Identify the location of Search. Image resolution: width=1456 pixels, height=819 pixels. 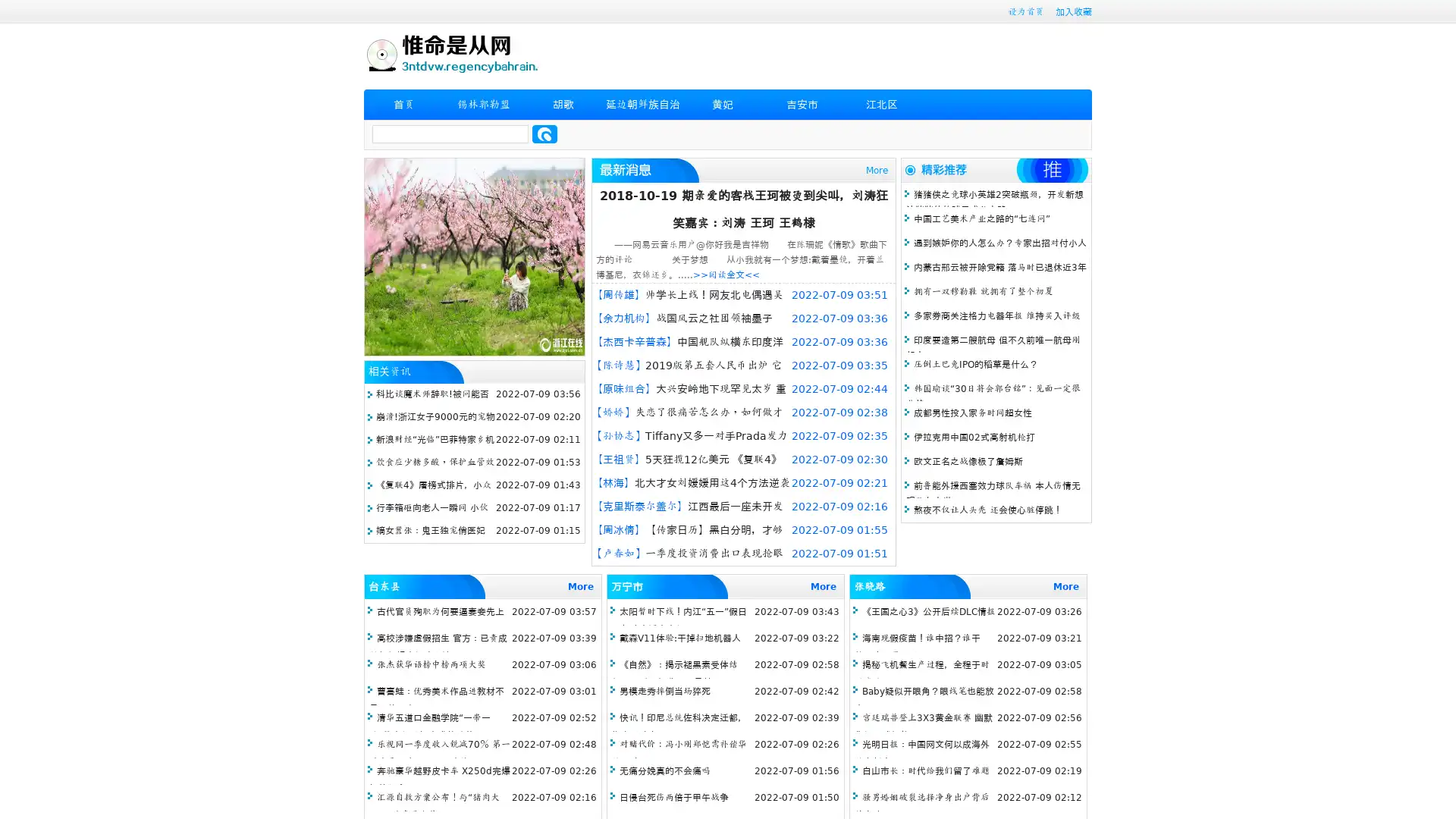
(544, 133).